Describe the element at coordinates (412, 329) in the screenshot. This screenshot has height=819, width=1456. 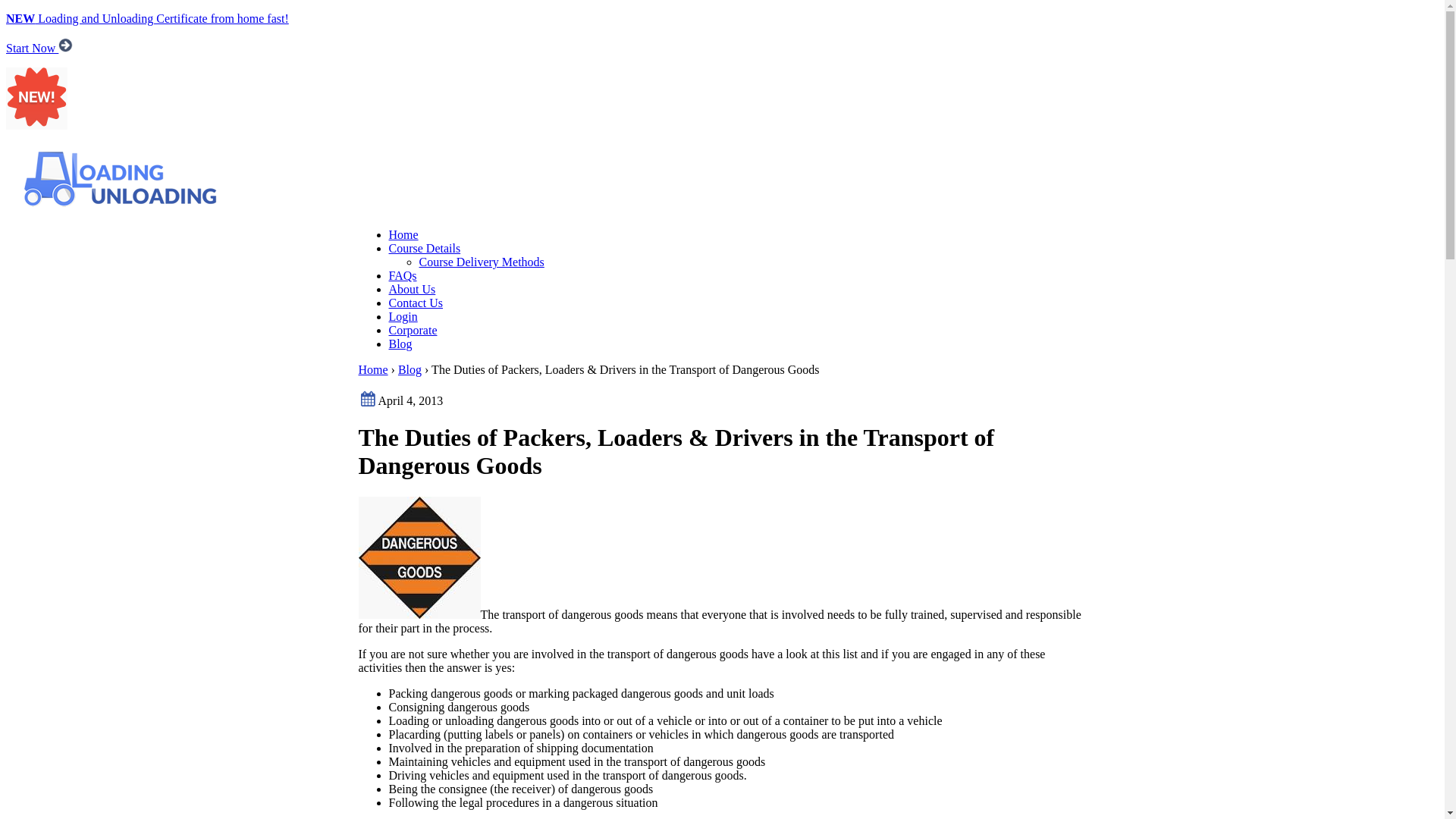
I see `'Corporate'` at that location.